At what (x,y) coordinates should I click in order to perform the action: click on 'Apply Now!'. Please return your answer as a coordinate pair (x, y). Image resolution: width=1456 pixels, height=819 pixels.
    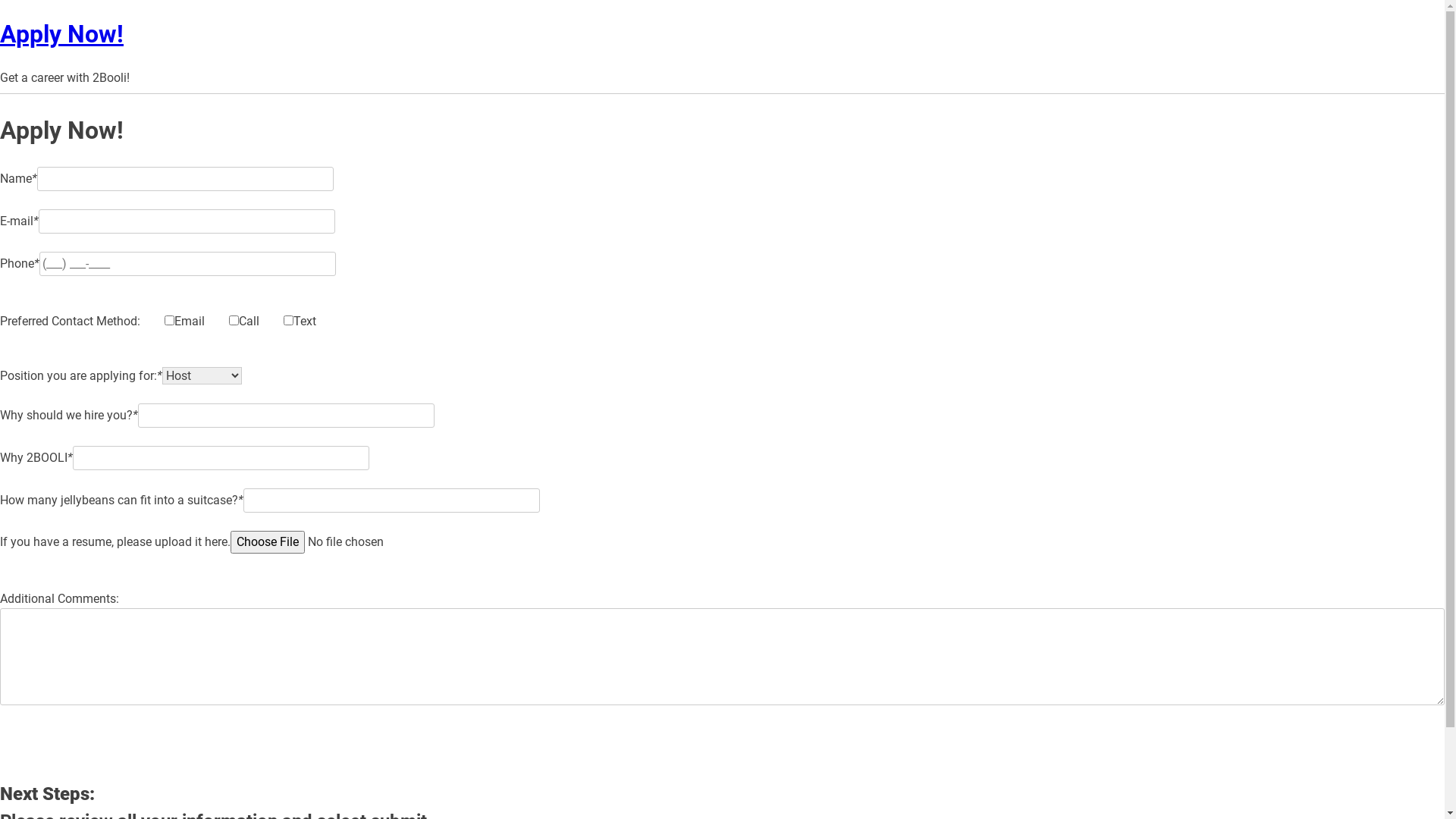
    Looking at the image, I should click on (61, 34).